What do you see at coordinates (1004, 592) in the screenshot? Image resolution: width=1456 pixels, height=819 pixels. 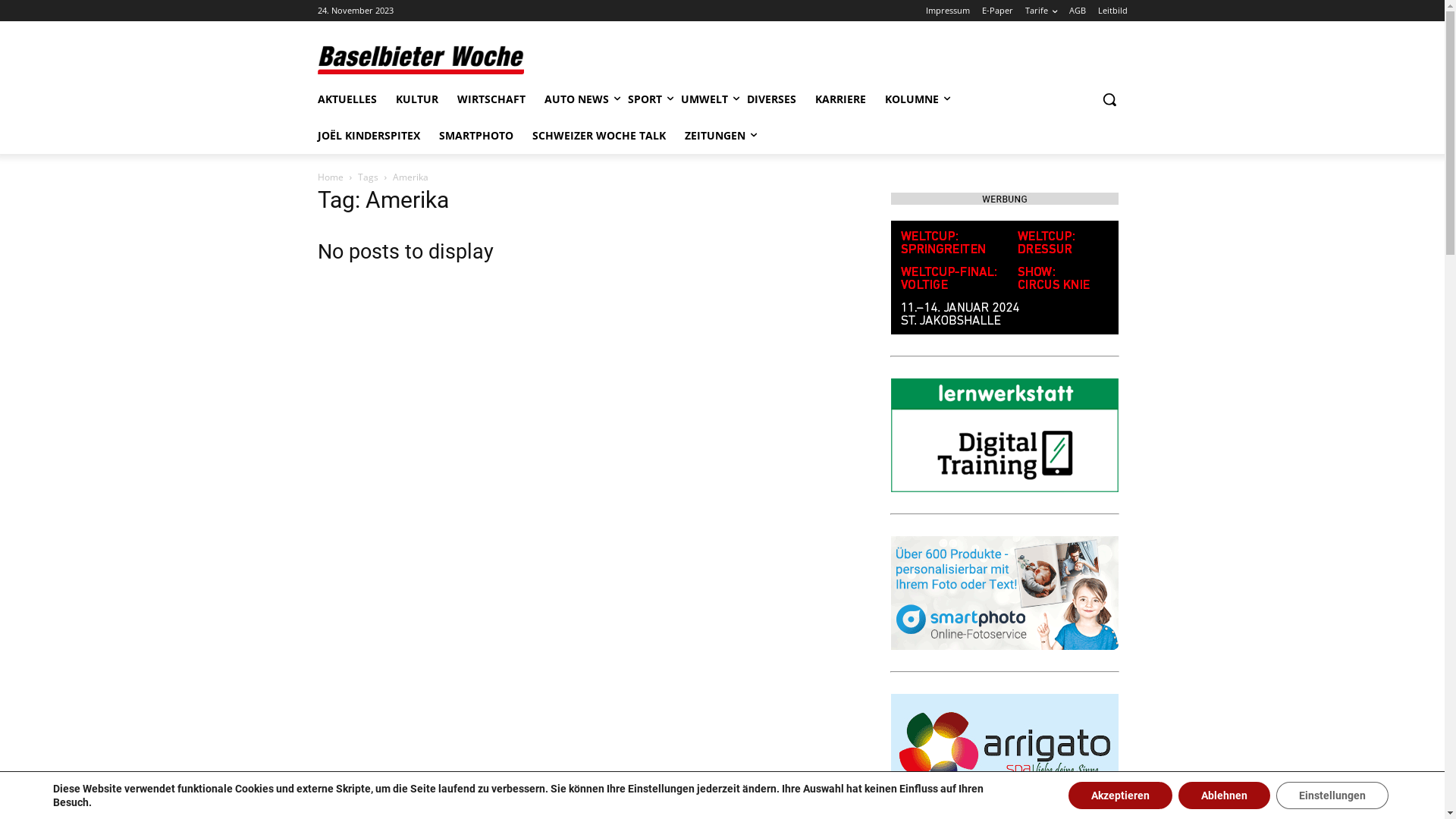 I see `'smartphoto'` at bounding box center [1004, 592].